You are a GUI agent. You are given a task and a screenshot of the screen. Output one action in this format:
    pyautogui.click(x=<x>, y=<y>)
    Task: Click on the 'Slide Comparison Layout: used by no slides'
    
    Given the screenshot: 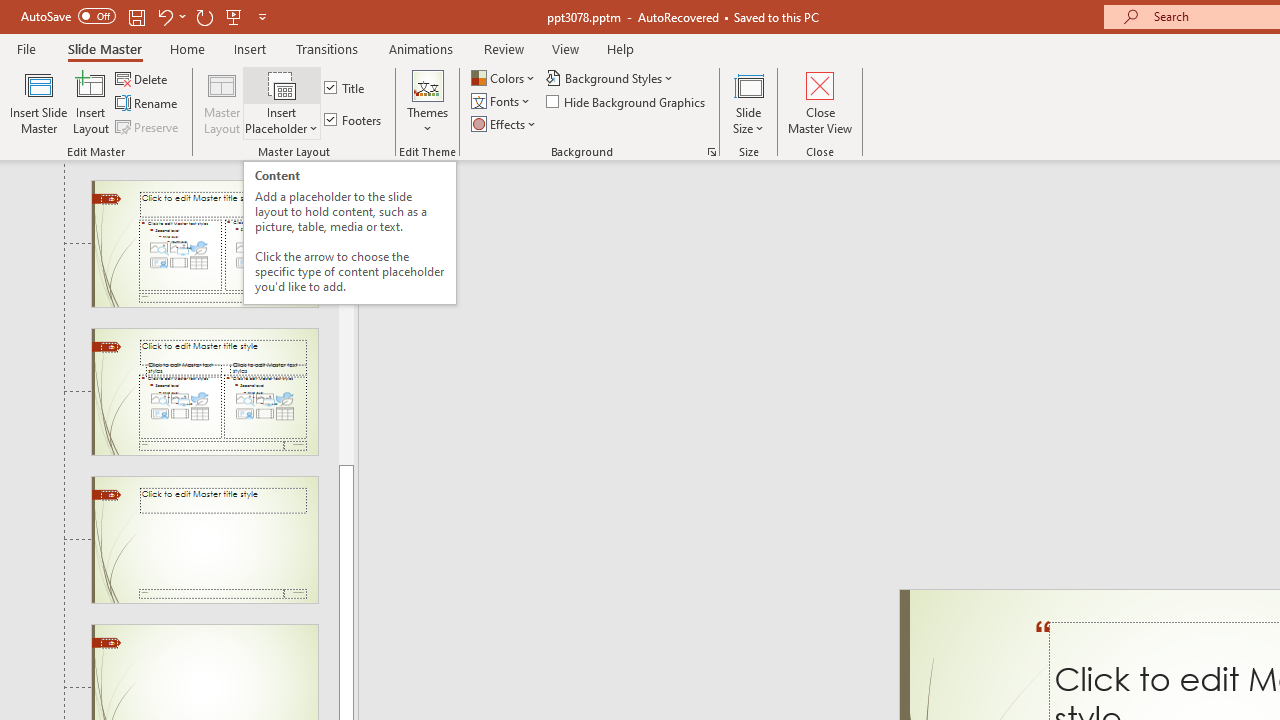 What is the action you would take?
    pyautogui.click(x=204, y=392)
    